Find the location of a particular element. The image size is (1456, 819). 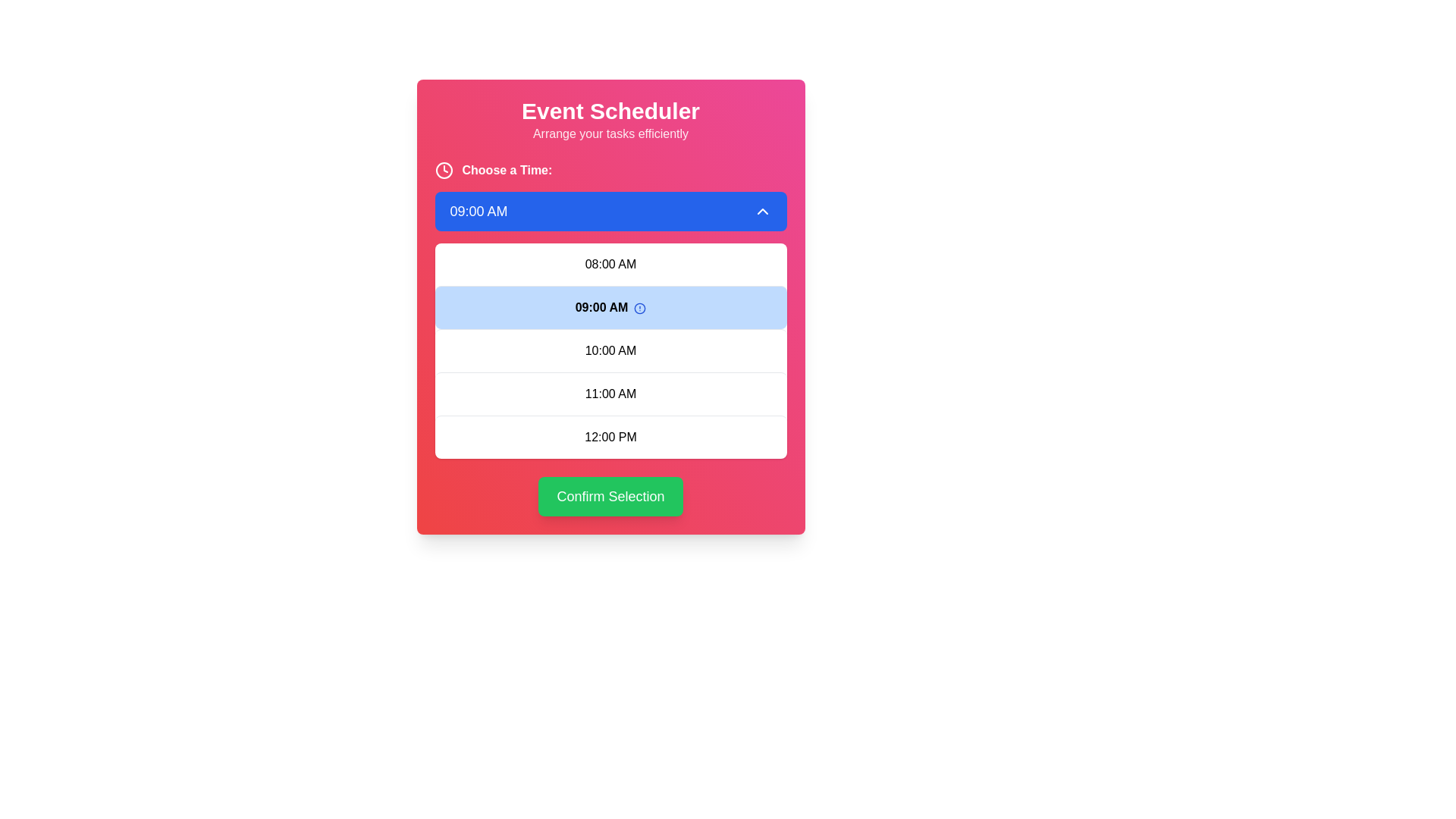

the icon located to the right of the '09:00 AM' time slot option for more details is located at coordinates (640, 307).